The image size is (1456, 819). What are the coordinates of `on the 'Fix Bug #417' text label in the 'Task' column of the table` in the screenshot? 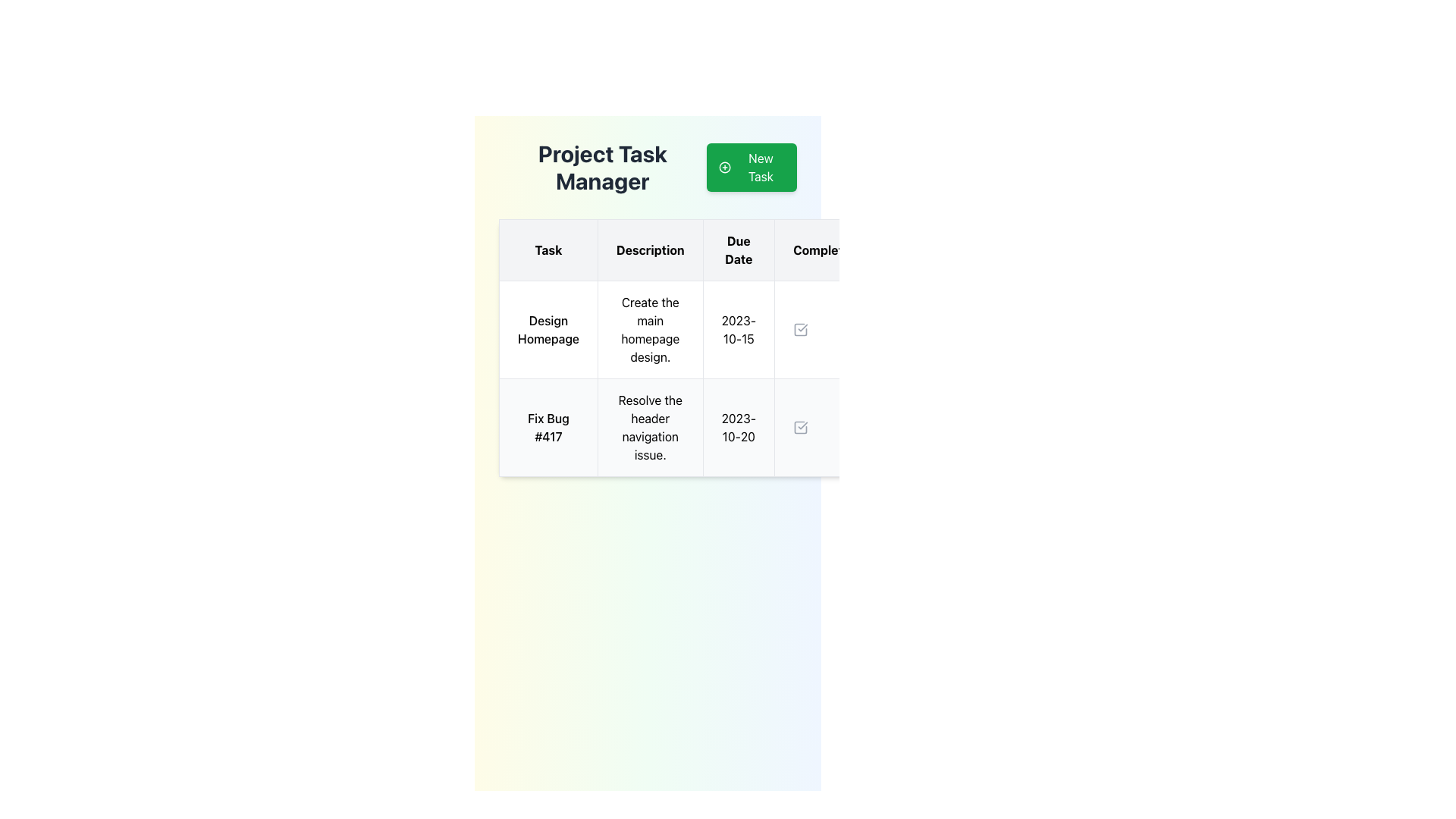 It's located at (548, 427).